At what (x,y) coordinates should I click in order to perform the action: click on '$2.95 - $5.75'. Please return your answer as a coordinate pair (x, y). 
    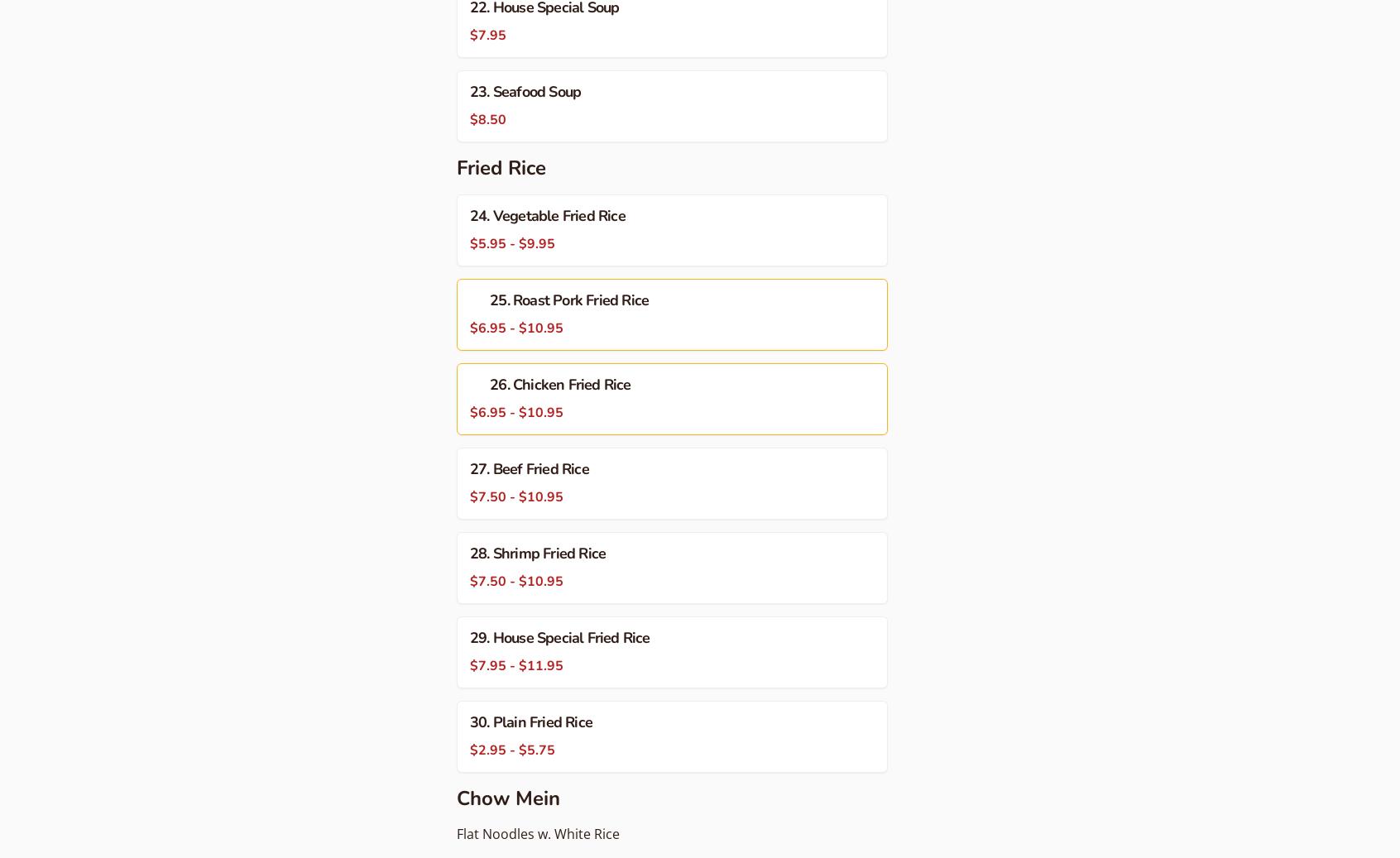
    Looking at the image, I should click on (511, 750).